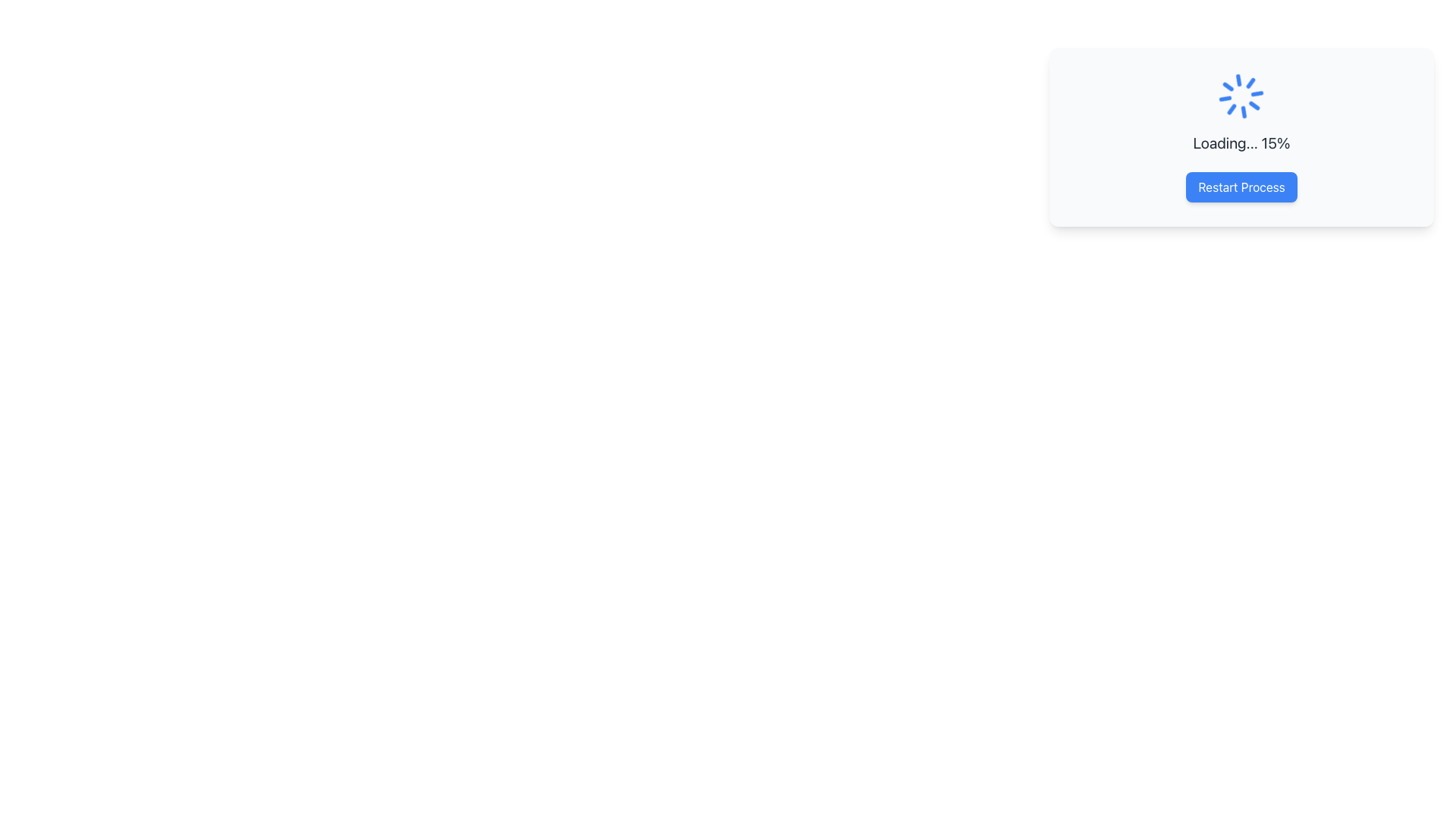 Image resolution: width=1456 pixels, height=819 pixels. Describe the element at coordinates (1247, 111) in the screenshot. I see `the blue vertical line segment at the 12 o'clock position of the animated SVG loader graphic` at that location.